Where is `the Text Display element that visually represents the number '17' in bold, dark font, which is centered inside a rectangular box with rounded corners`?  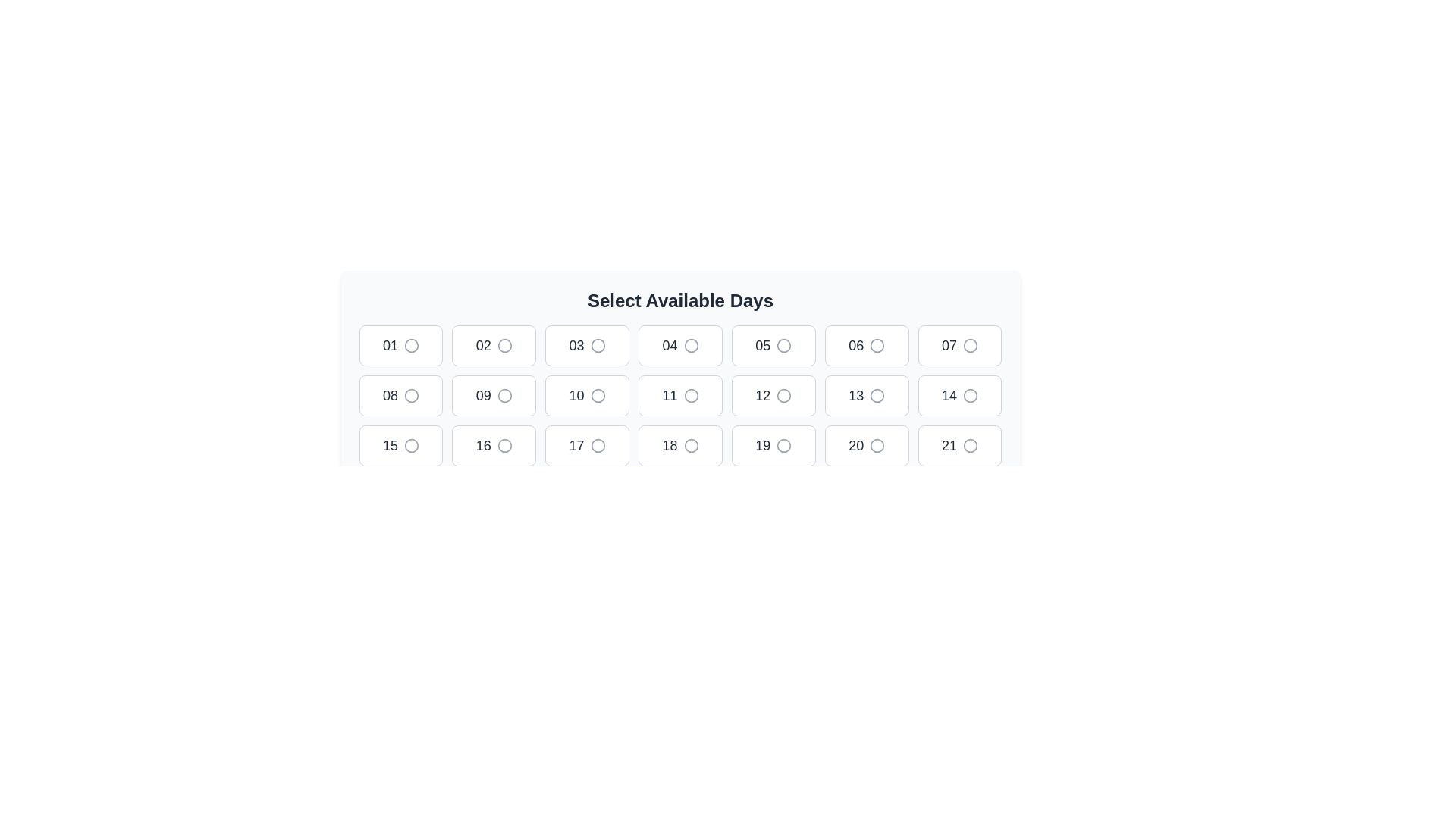
the Text Display element that visually represents the number '17' in bold, dark font, which is centered inside a rectangular box with rounded corners is located at coordinates (576, 444).